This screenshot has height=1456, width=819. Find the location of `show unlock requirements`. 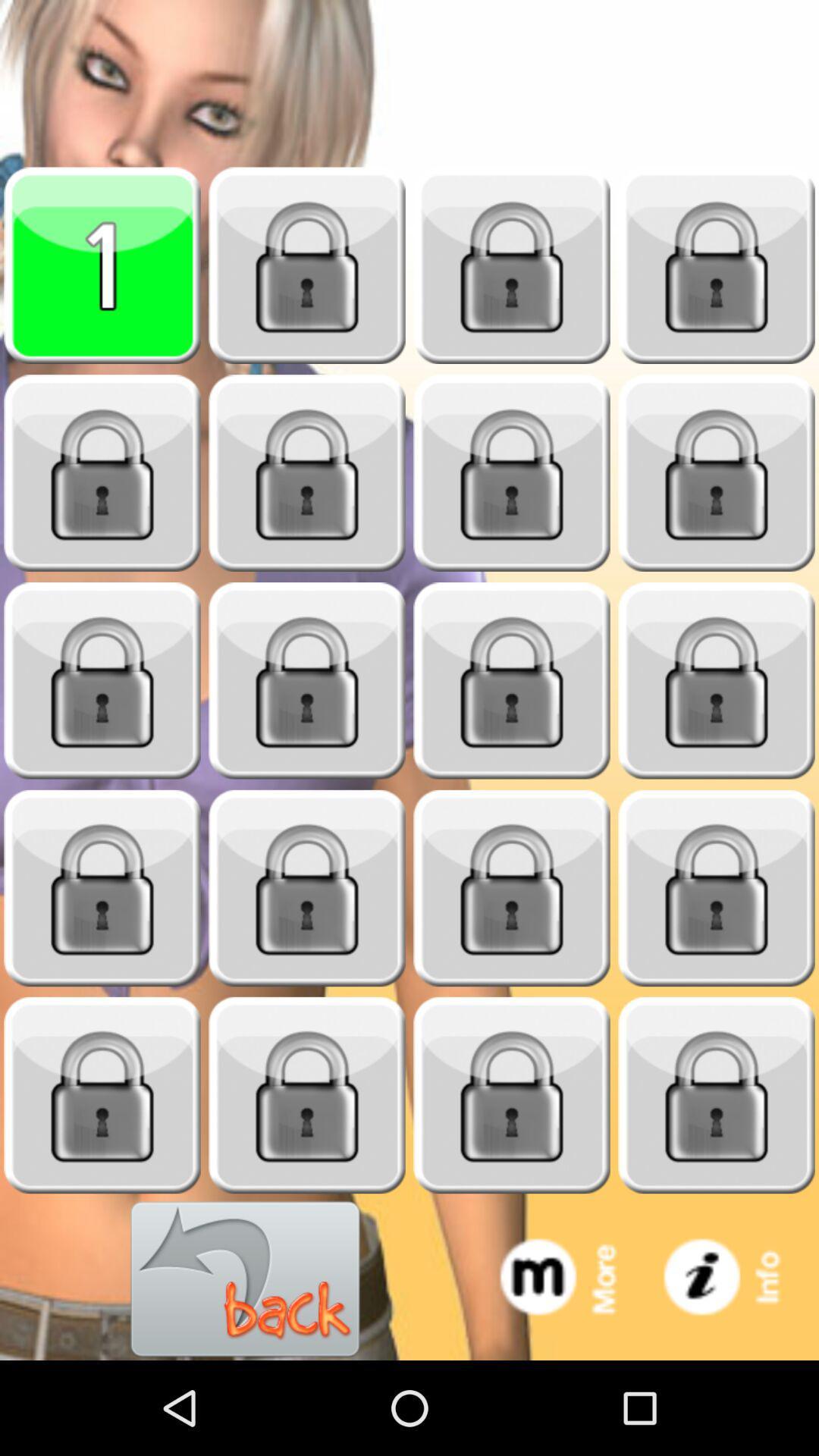

show unlock requirements is located at coordinates (717, 680).